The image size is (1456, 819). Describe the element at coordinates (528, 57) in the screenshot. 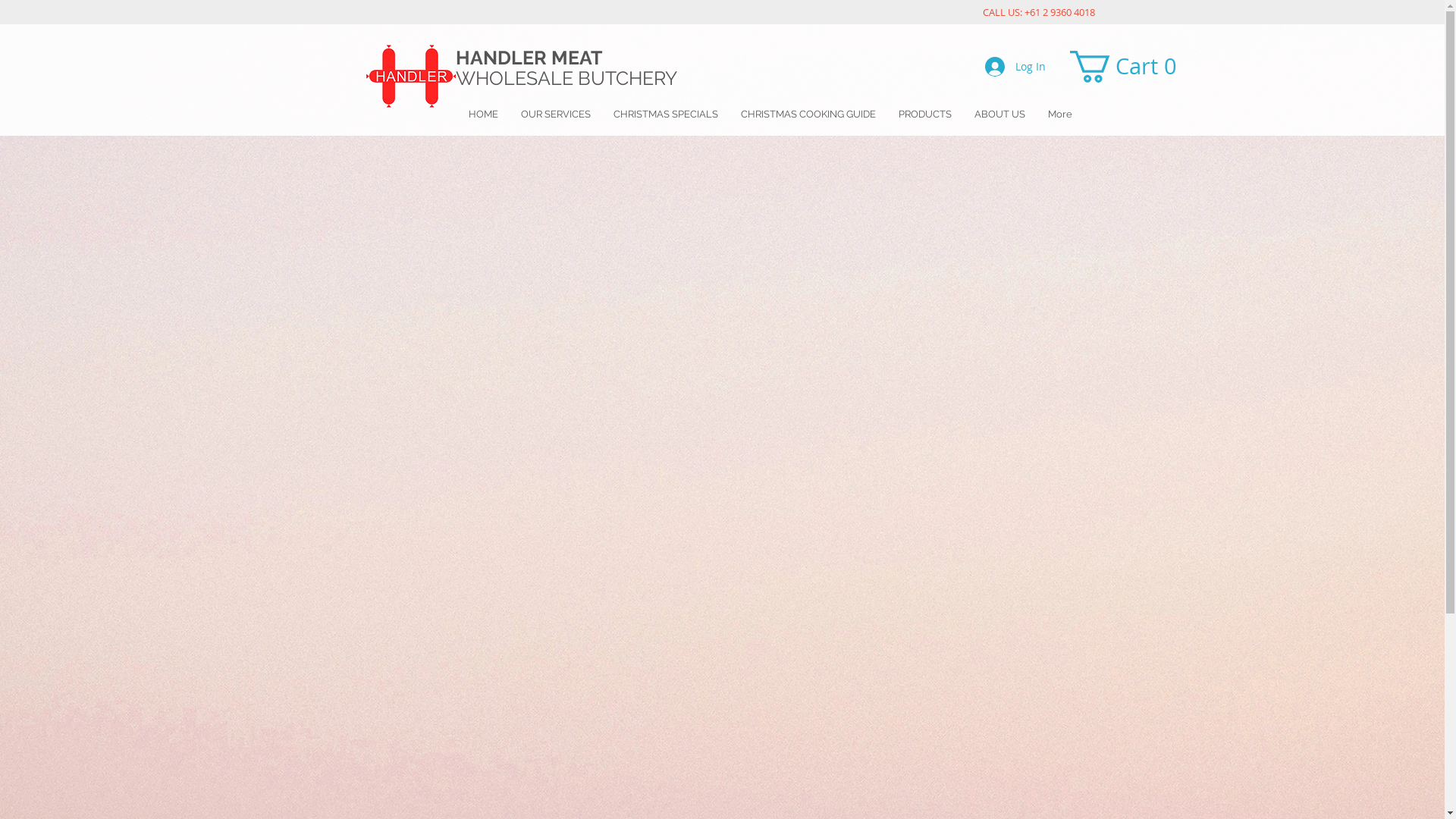

I see `'HANDLER MEAT'` at that location.